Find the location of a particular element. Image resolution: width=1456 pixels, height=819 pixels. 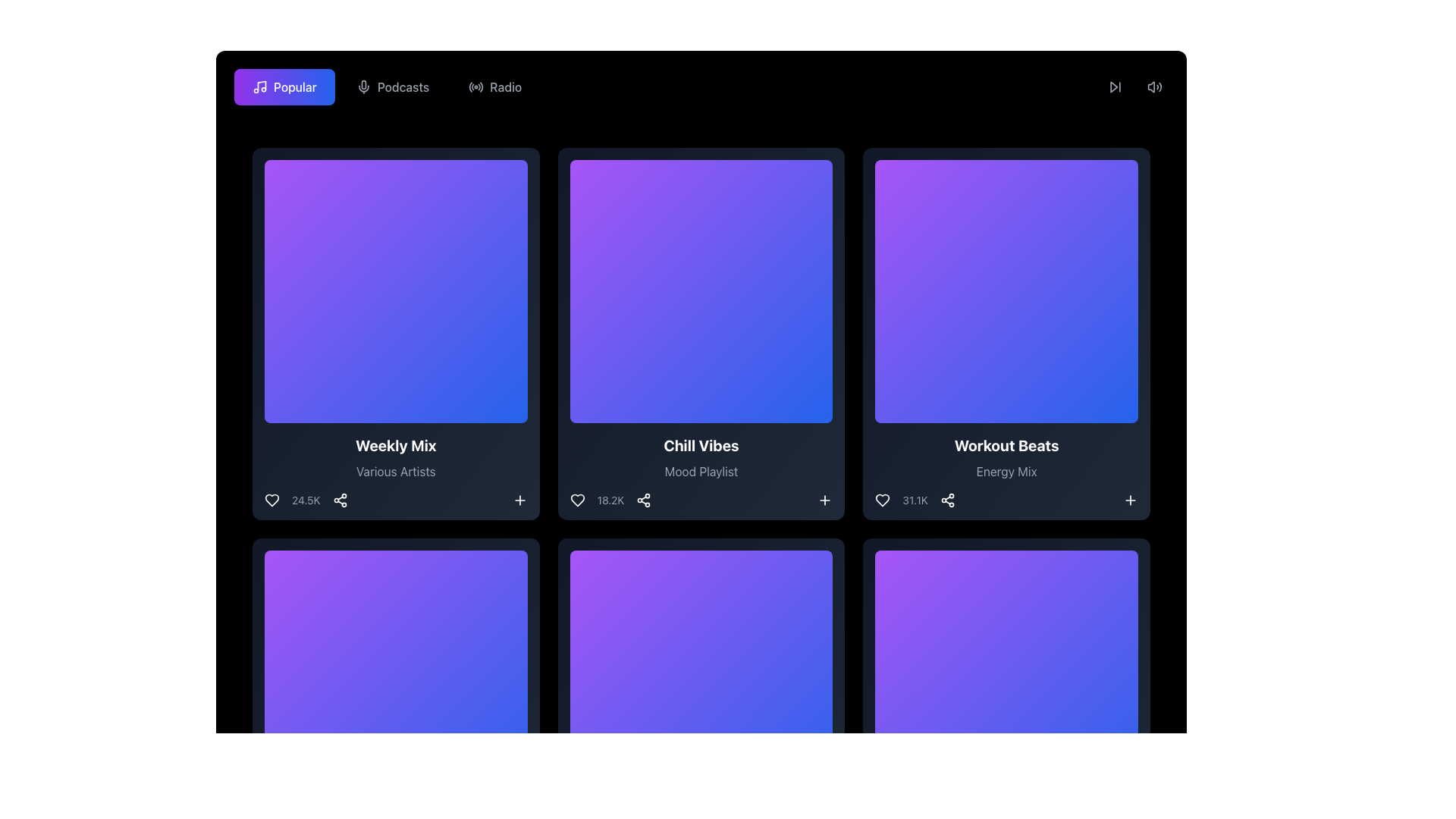

the text label 'Mood Playlist' styled in light gray, located below 'Chill Vibes' in the card layout is located at coordinates (701, 470).